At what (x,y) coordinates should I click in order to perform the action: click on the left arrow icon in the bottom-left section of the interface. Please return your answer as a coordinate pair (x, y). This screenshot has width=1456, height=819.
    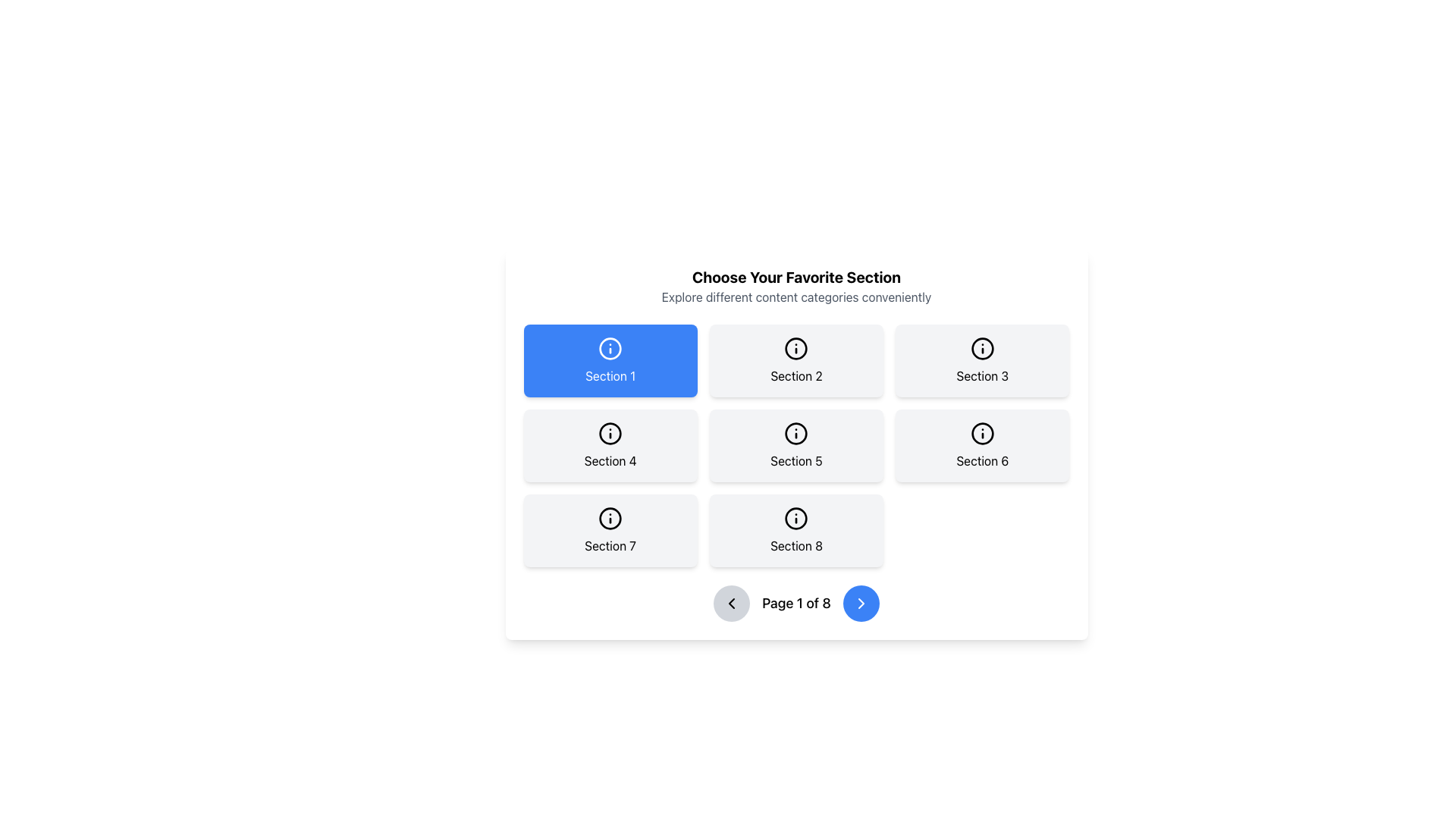
    Looking at the image, I should click on (732, 602).